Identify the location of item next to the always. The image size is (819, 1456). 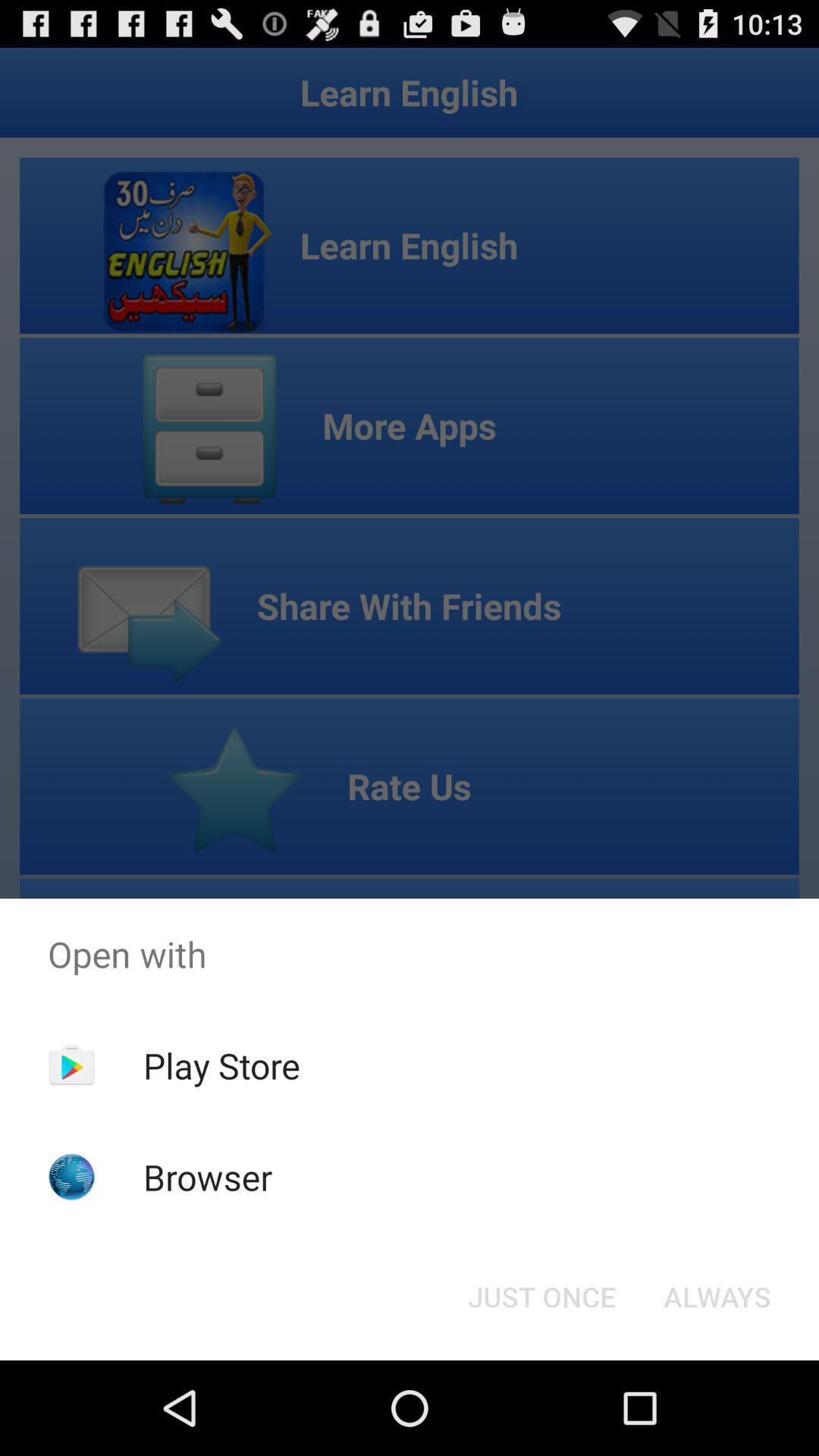
(541, 1295).